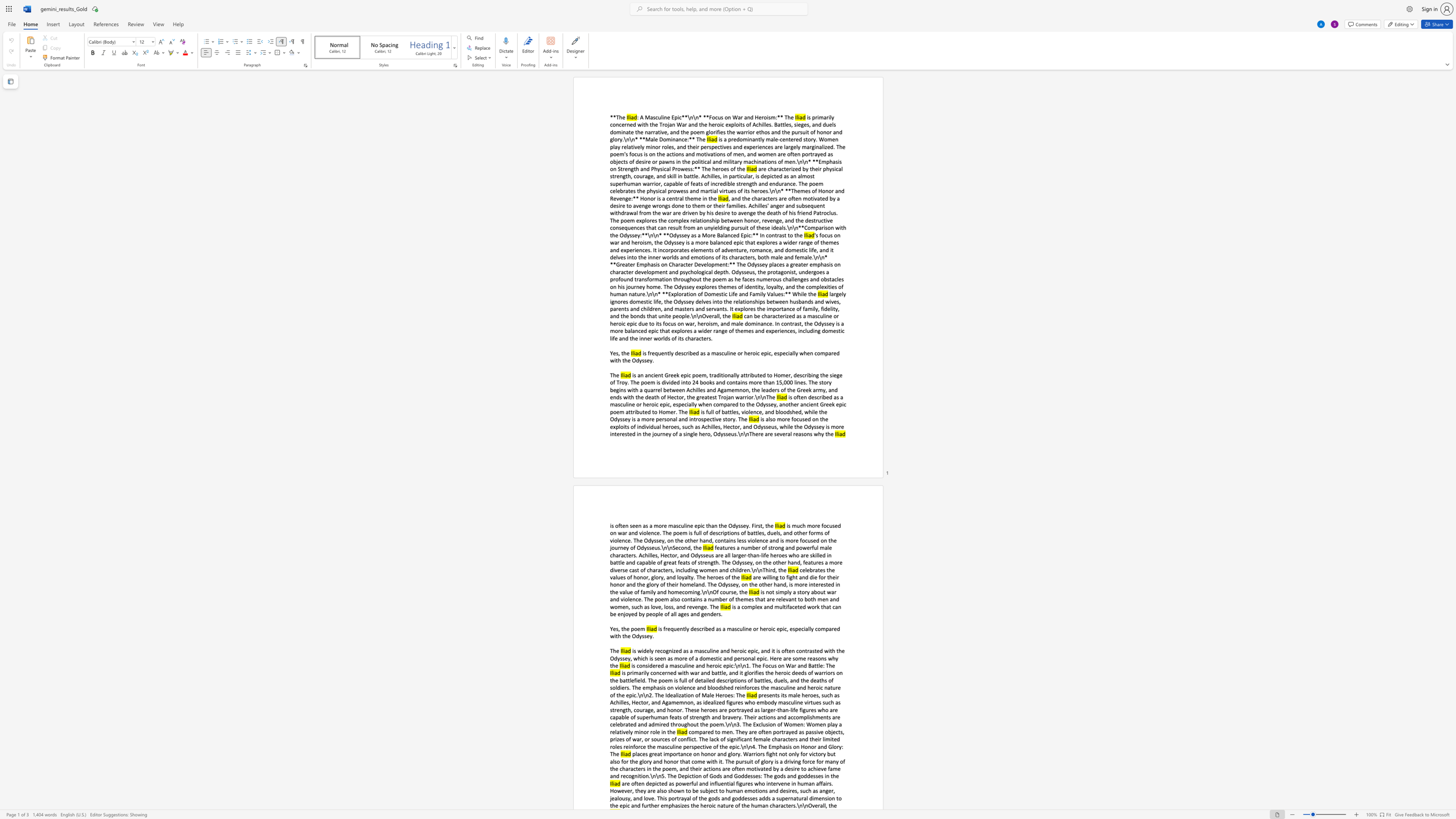 This screenshot has height=819, width=1456. I want to click on the subset text "and" within the text "features a number of strong and powerful male characters. Achilles, Hector, and Odysseus are all larger-than-life heroes who are skilled in battle and capable of great feats of strength. The Odyssey, on the other hand, features a more diverse cast of characters, including women and children.\n\nThird, the", so click(718, 569).